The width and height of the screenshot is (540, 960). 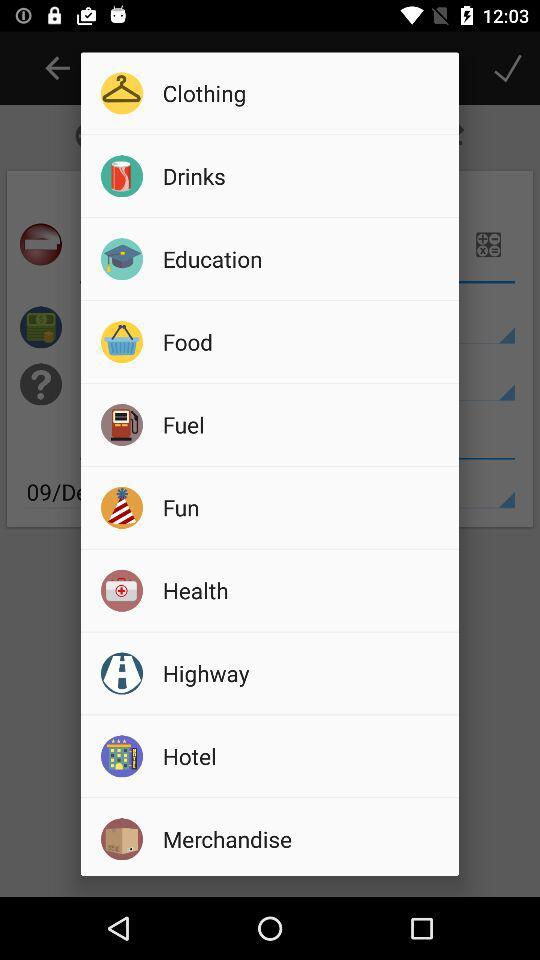 I want to click on icon above the drinks icon, so click(x=303, y=93).